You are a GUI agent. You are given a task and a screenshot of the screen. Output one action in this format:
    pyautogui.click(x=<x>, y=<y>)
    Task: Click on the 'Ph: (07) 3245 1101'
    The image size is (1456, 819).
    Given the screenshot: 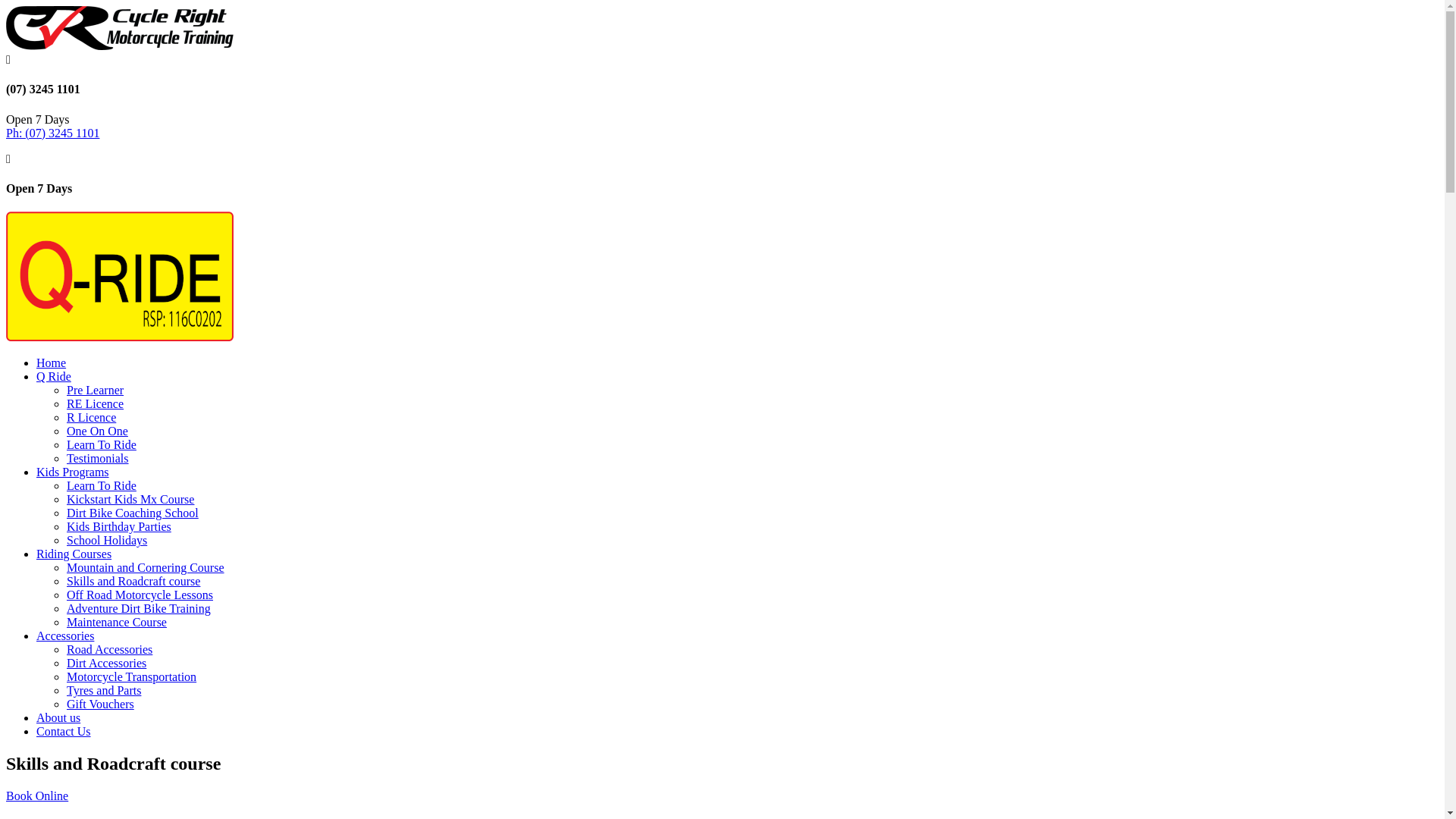 What is the action you would take?
    pyautogui.click(x=6, y=132)
    